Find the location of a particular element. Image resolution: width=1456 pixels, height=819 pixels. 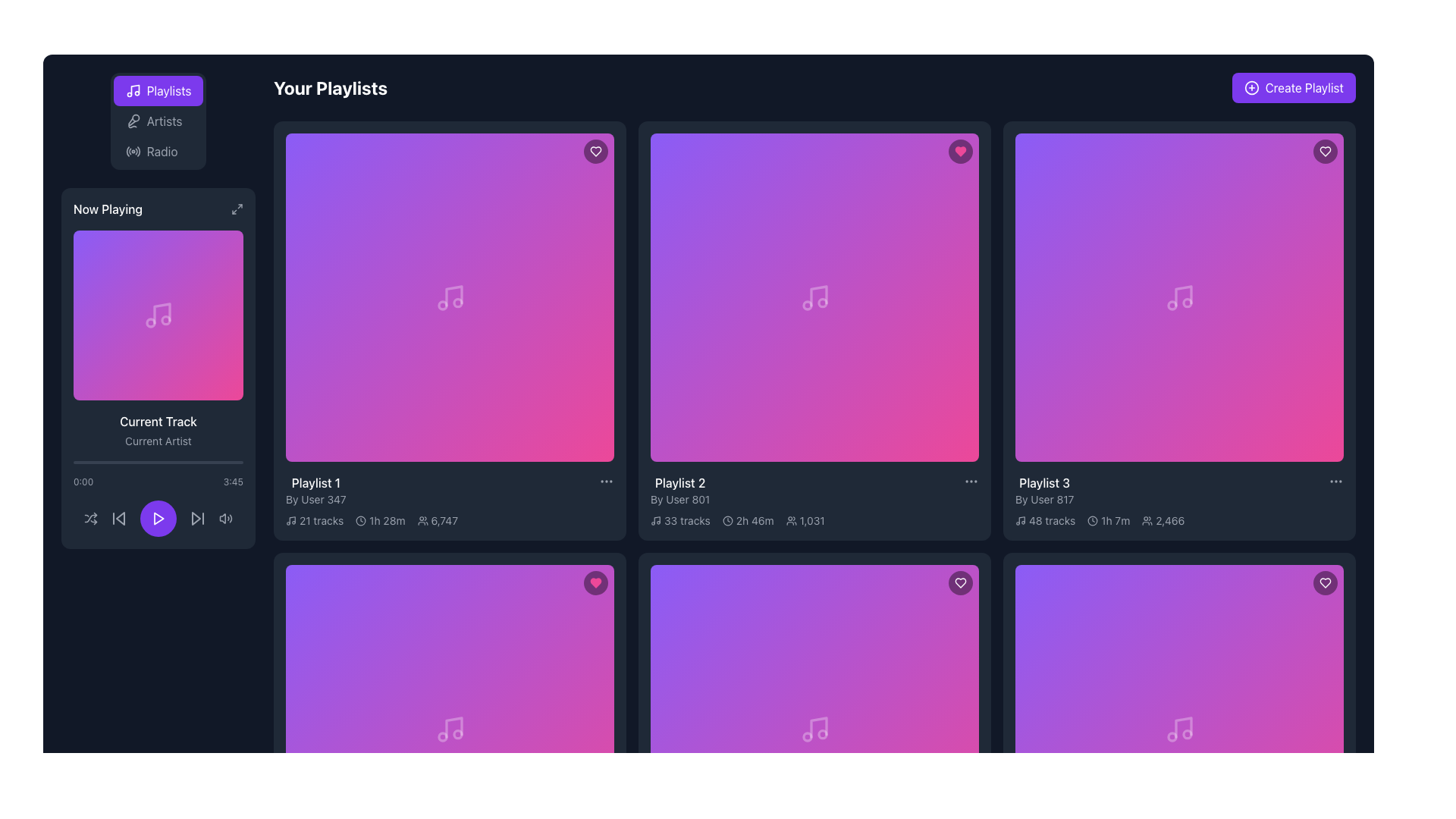

text '21 tracks' from the text label with the accompanying music note icon, located under the first playlist card in the top-left section of the grid area is located at coordinates (314, 519).